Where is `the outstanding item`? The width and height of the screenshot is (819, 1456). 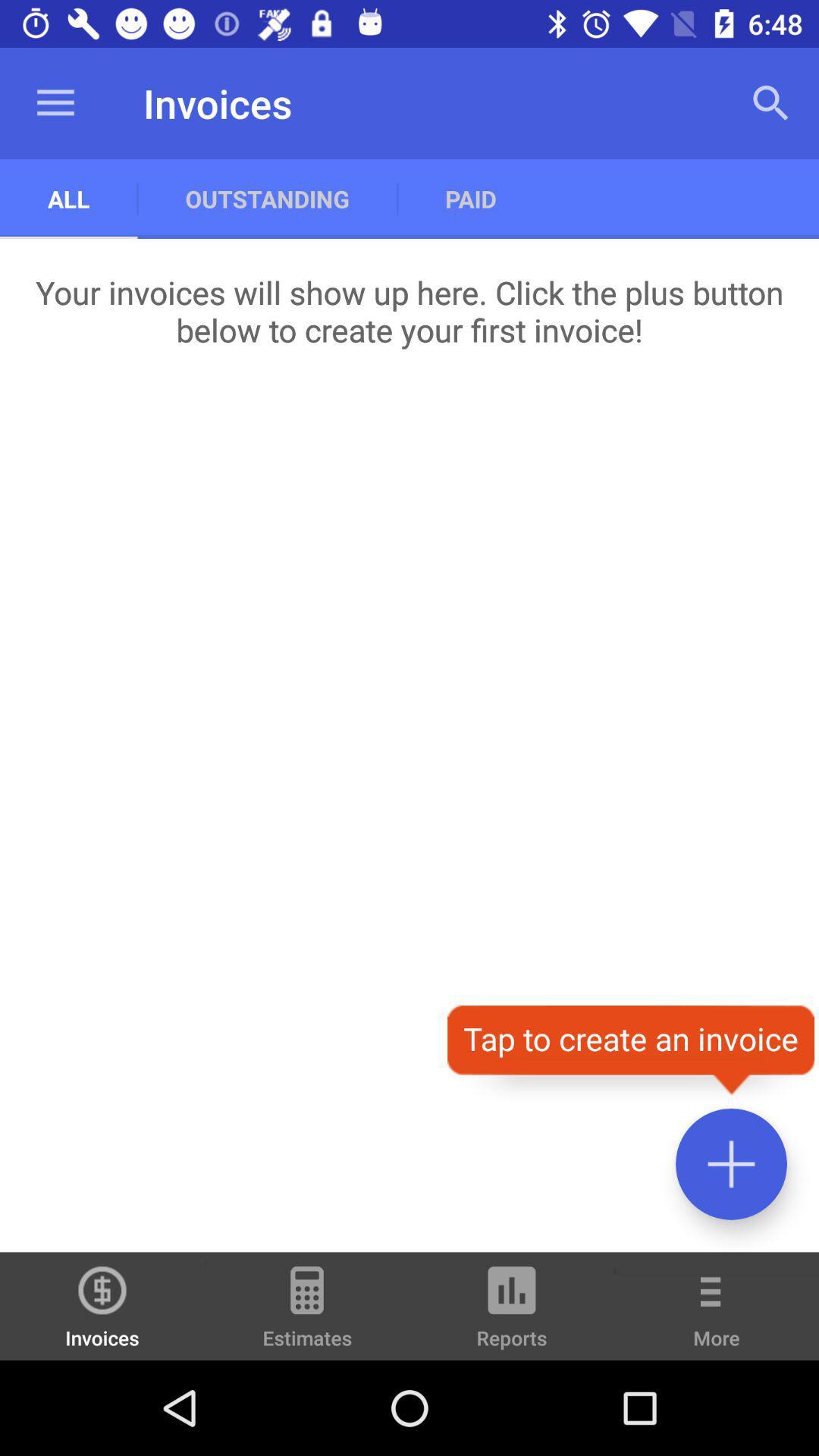 the outstanding item is located at coordinates (266, 198).